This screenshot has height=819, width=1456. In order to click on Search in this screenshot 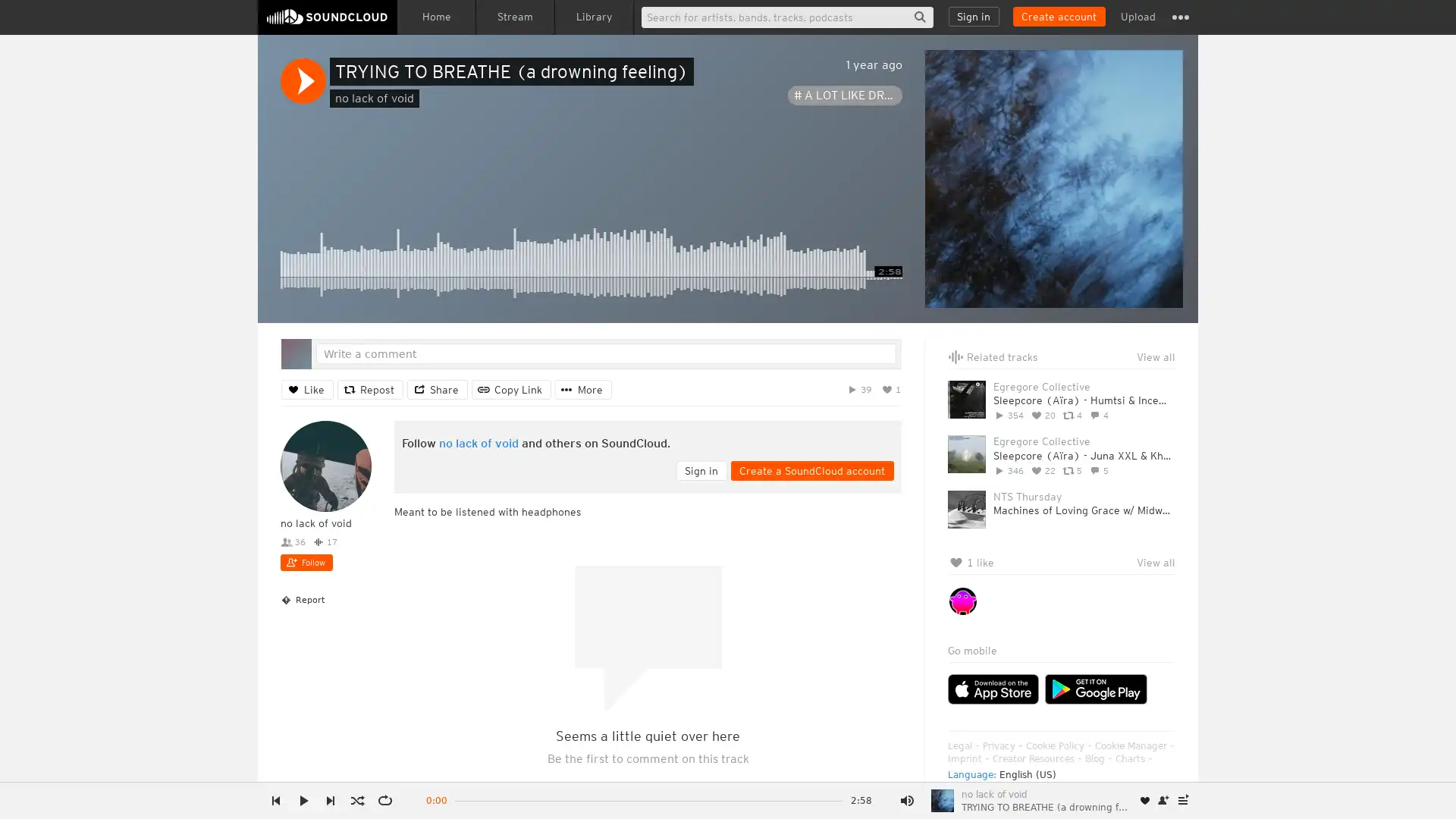, I will do `click(919, 17)`.